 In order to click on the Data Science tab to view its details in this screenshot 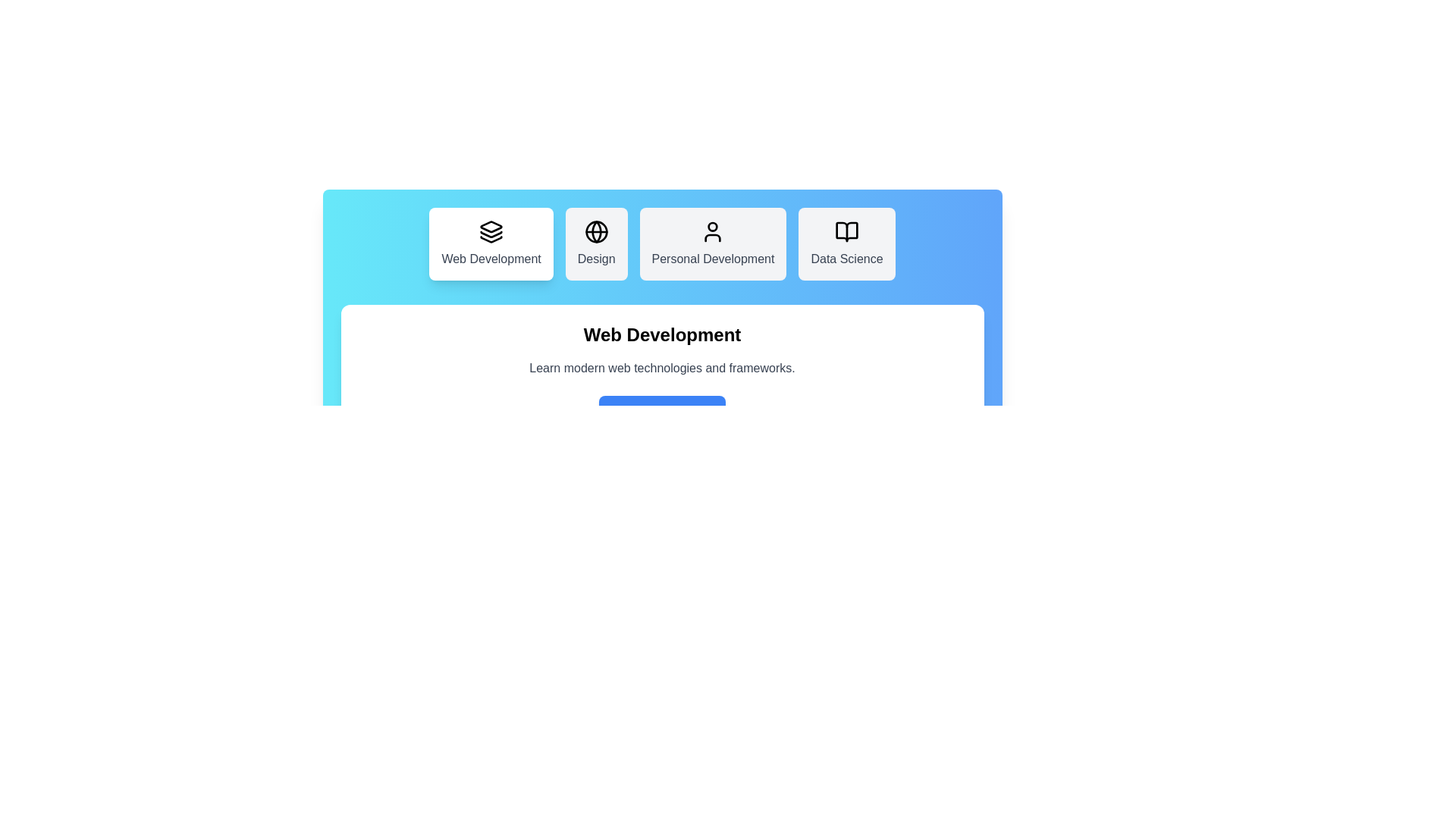, I will do `click(846, 243)`.